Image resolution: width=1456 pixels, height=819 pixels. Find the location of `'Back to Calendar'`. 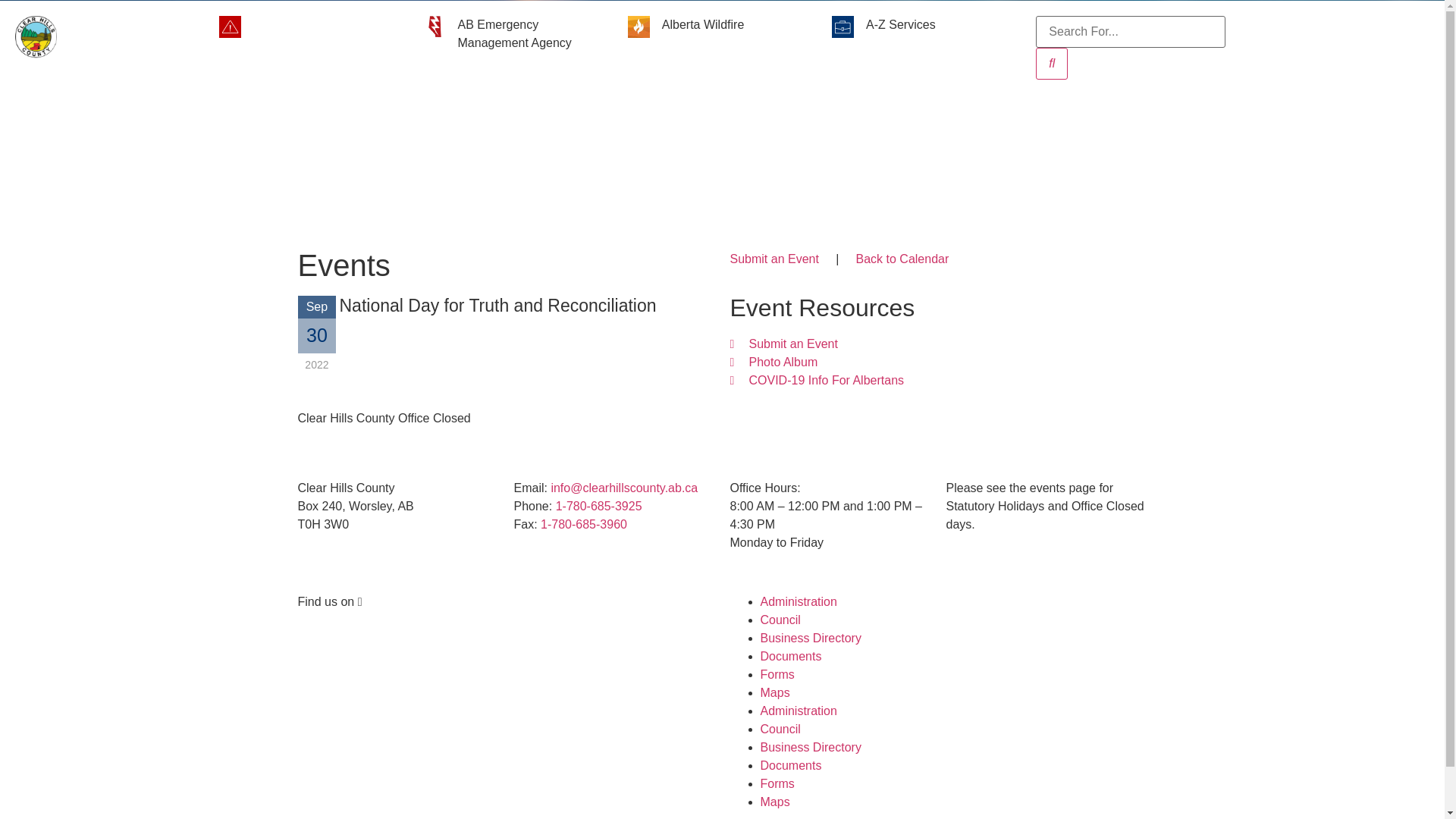

'Back to Calendar' is located at coordinates (855, 258).